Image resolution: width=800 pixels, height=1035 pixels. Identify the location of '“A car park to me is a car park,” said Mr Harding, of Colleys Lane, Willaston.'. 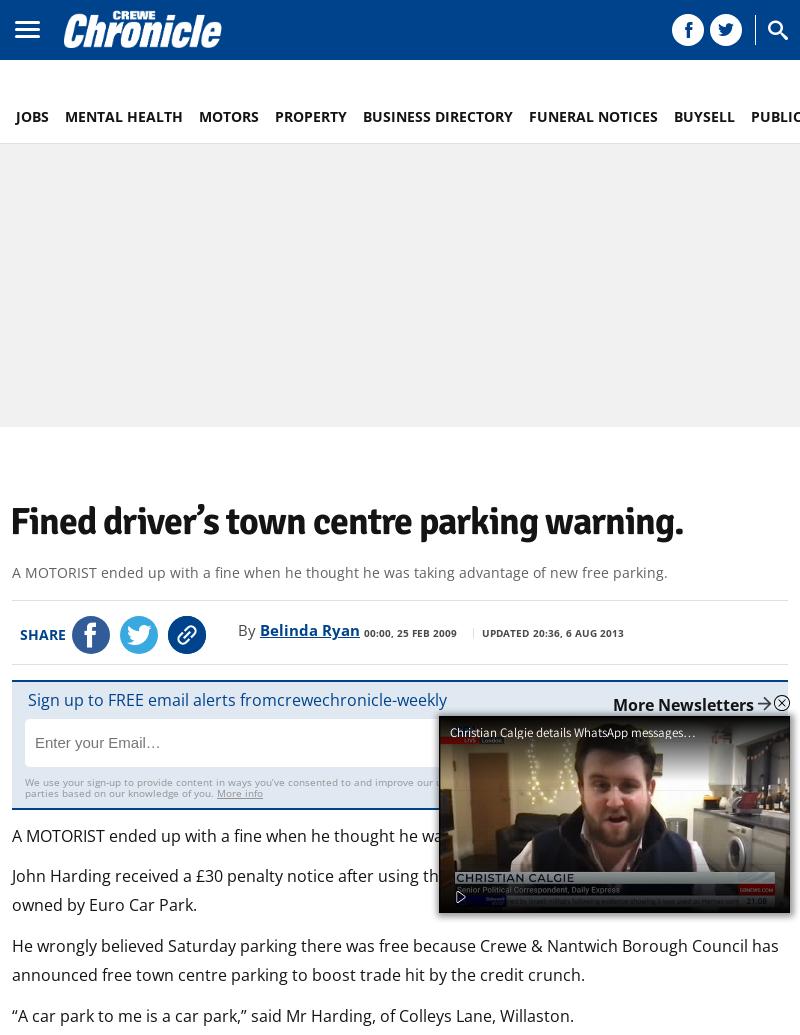
(293, 1014).